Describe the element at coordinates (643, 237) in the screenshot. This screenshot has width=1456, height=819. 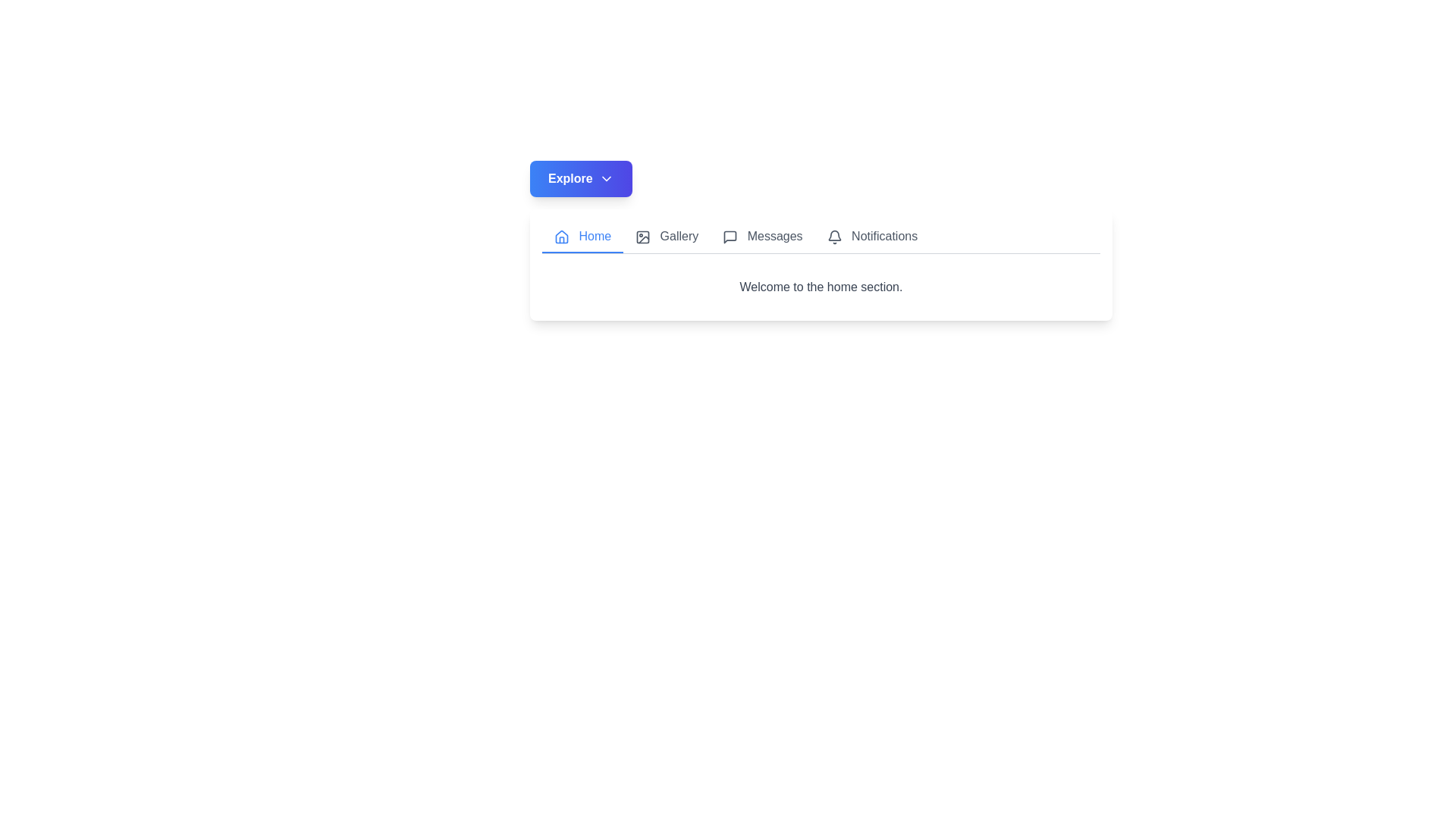
I see `the 'Gallery' icon located in the navigation panel, positioned next to the 'Gallery' text, between 'Home' and 'Messages'` at that location.